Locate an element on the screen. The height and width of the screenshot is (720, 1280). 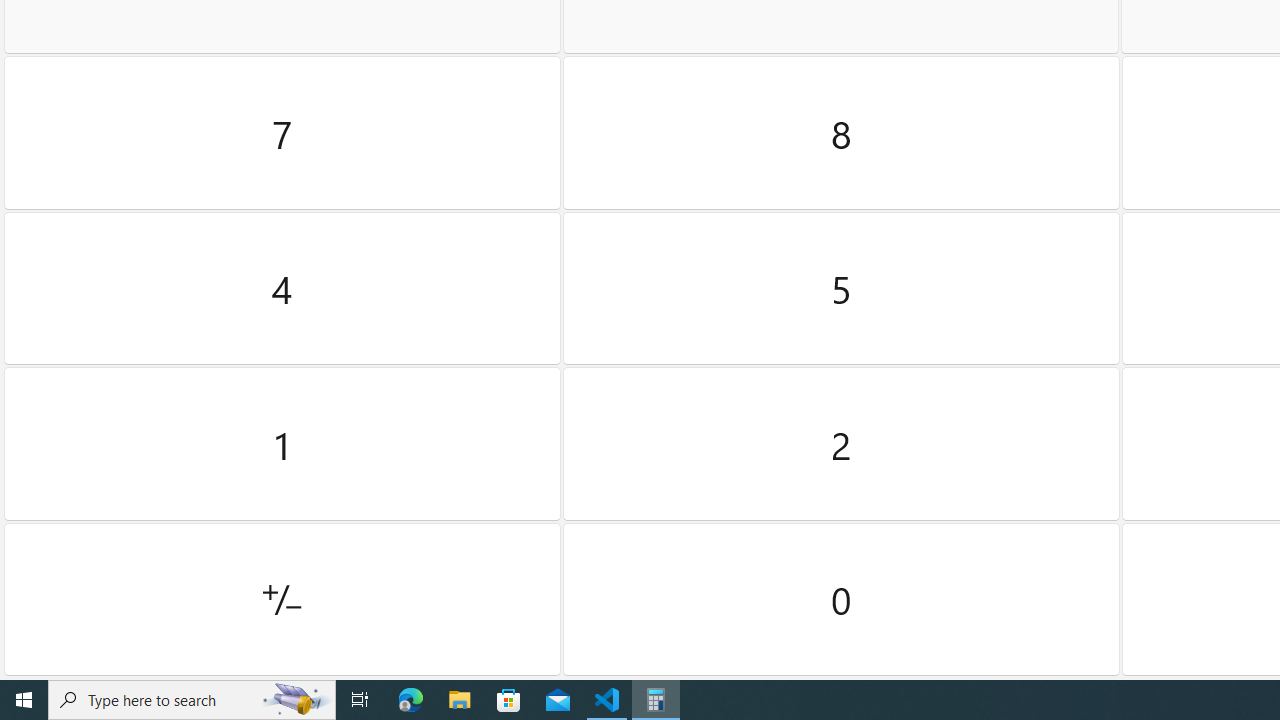
'Five' is located at coordinates (841, 288).